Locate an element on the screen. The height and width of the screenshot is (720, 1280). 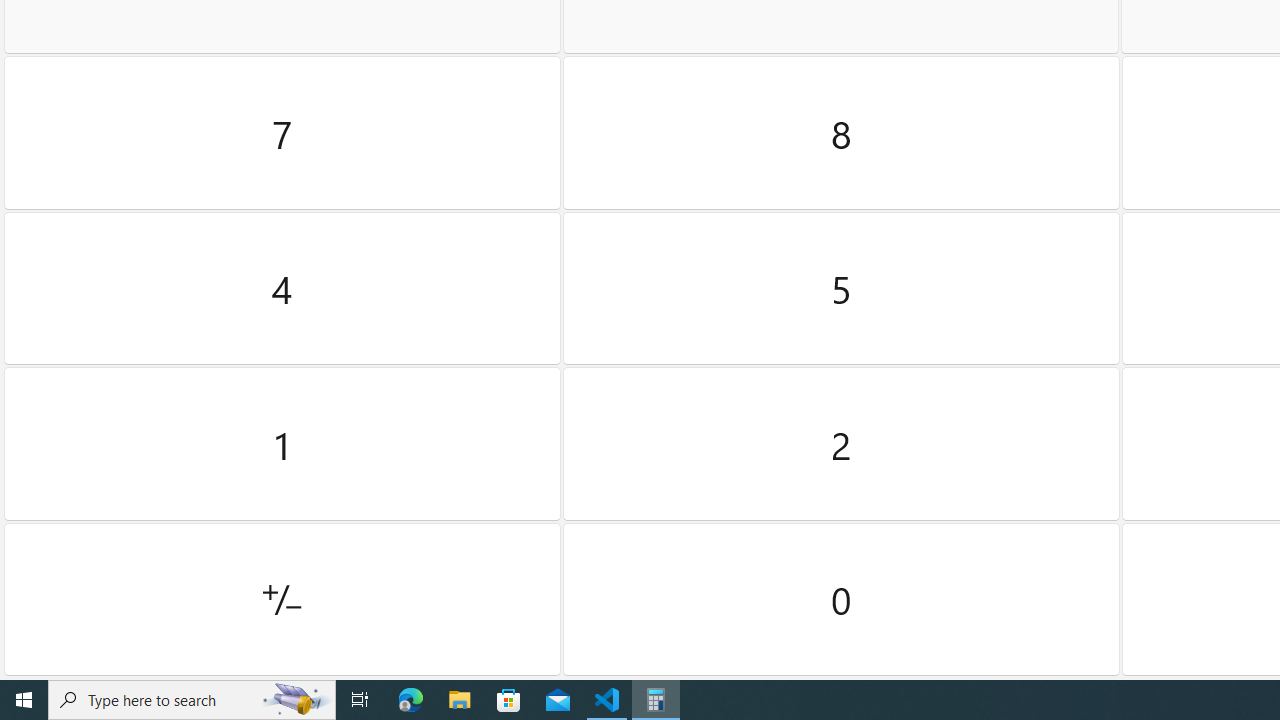
'Five' is located at coordinates (841, 288).